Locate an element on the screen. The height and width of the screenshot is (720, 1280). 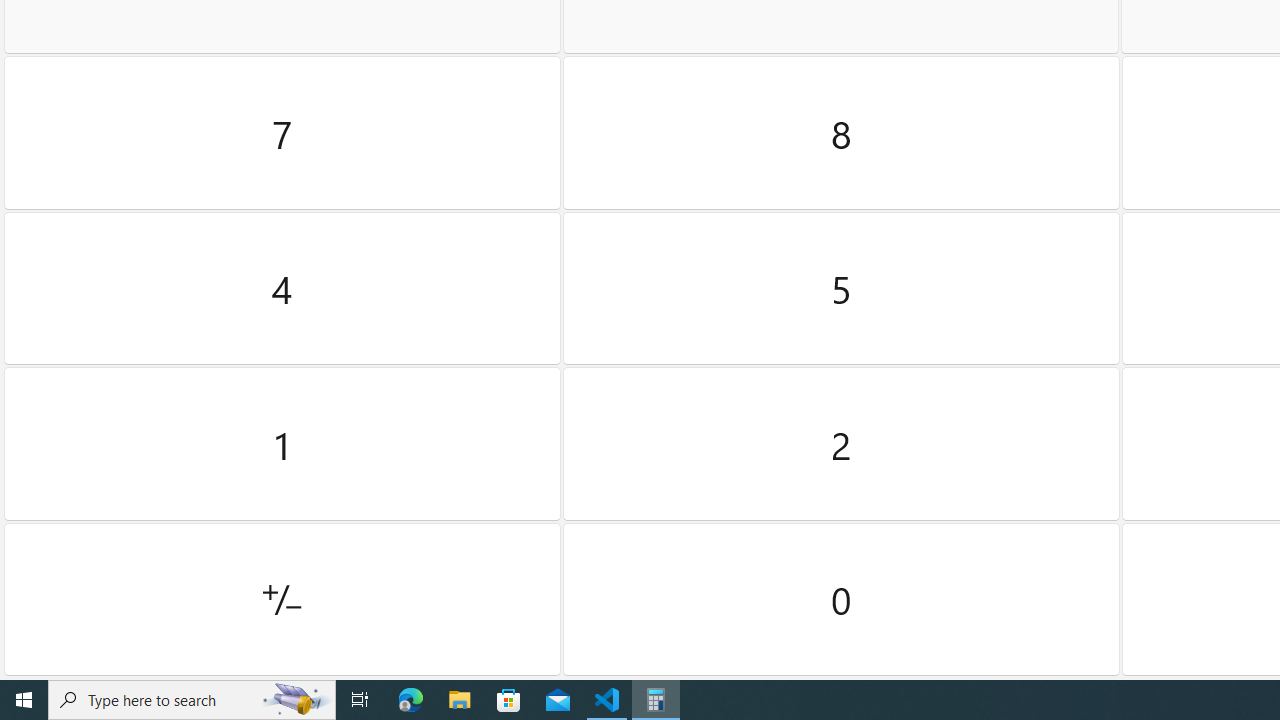
'Five' is located at coordinates (841, 288).